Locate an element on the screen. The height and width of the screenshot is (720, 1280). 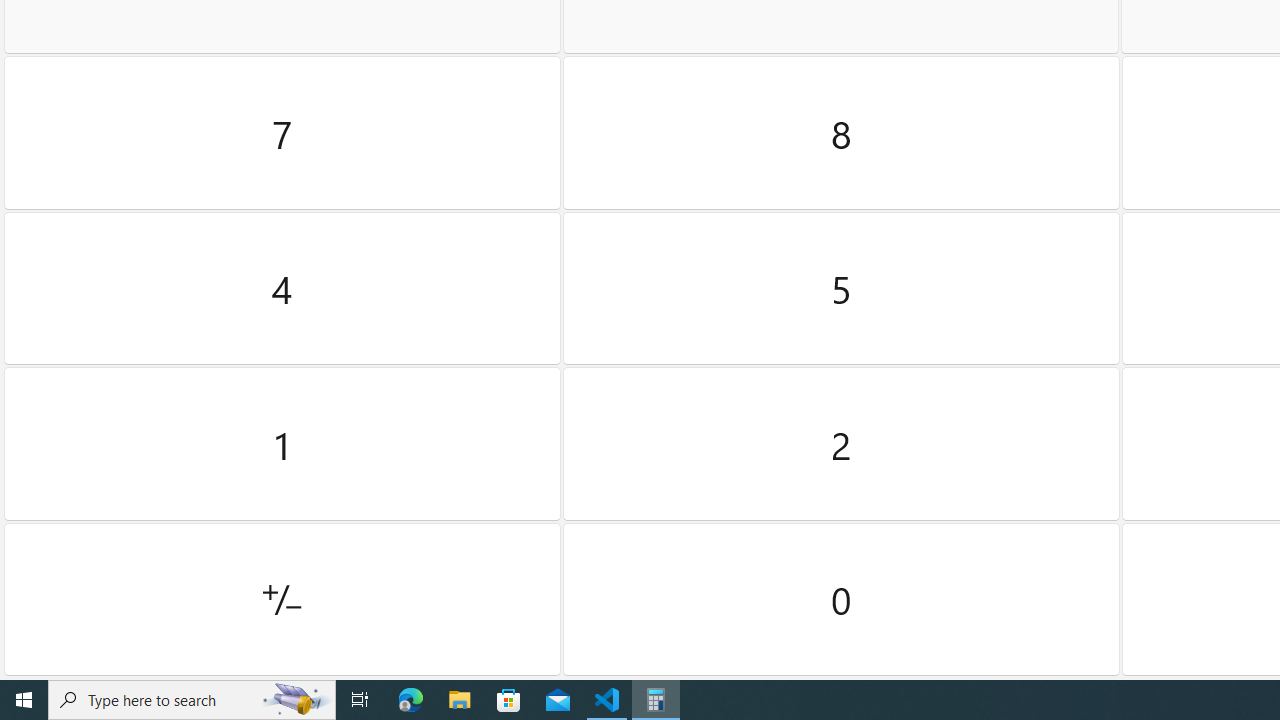
'Five' is located at coordinates (841, 288).